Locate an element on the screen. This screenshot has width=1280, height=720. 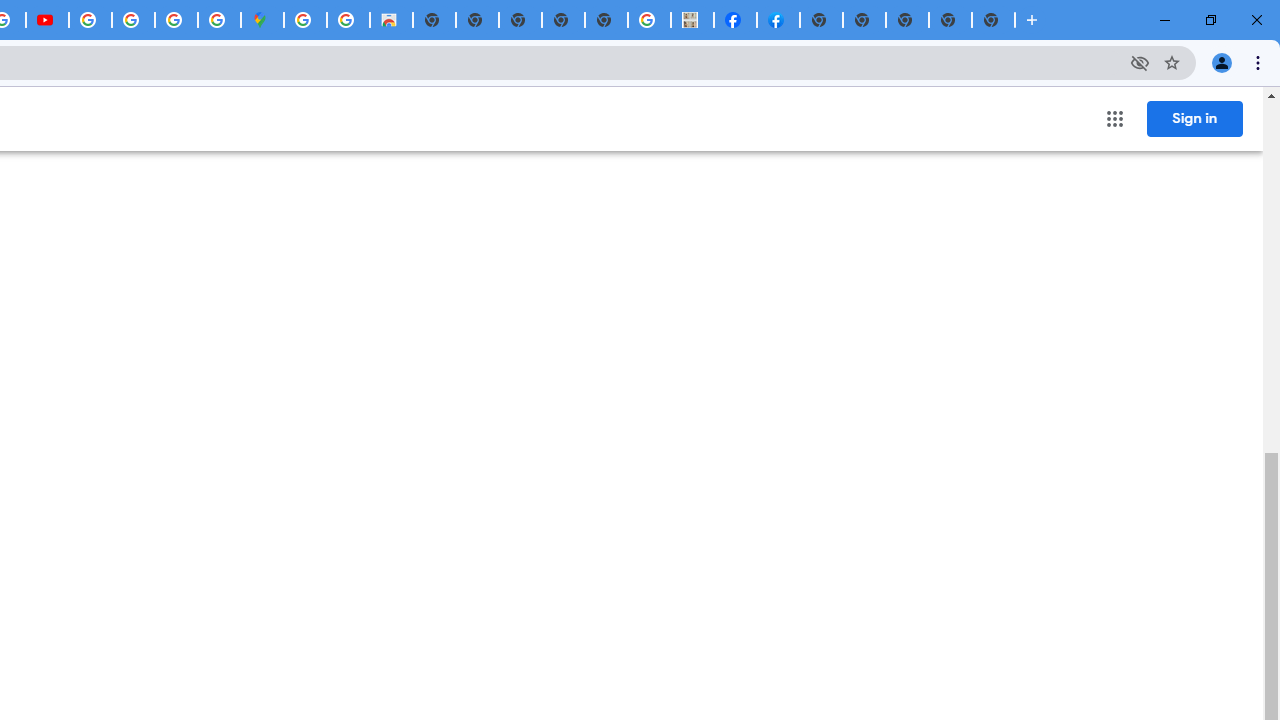
'Sign Up for Facebook' is located at coordinates (777, 20).